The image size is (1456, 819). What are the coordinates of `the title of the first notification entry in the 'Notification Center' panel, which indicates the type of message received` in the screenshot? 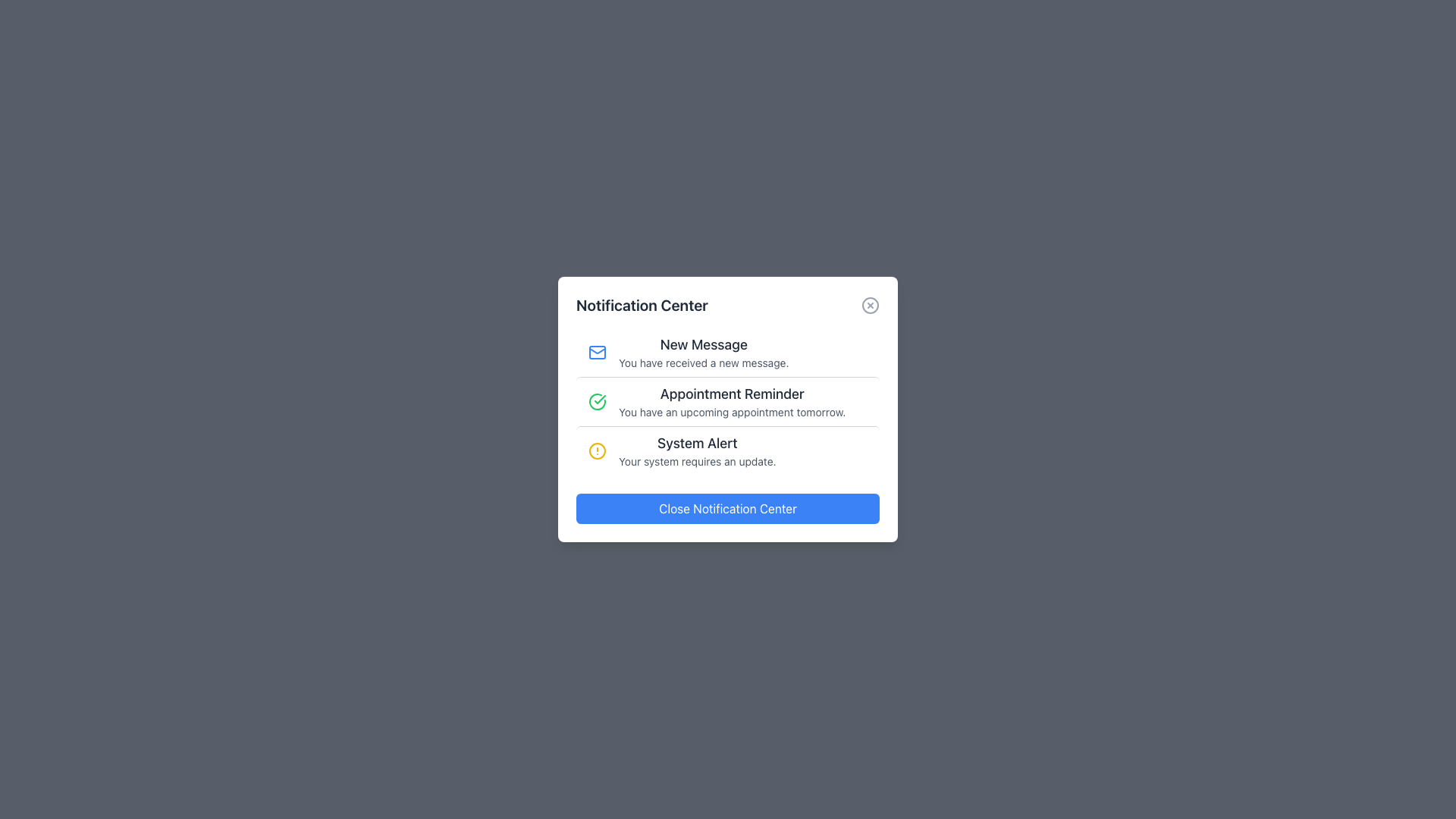 It's located at (703, 345).